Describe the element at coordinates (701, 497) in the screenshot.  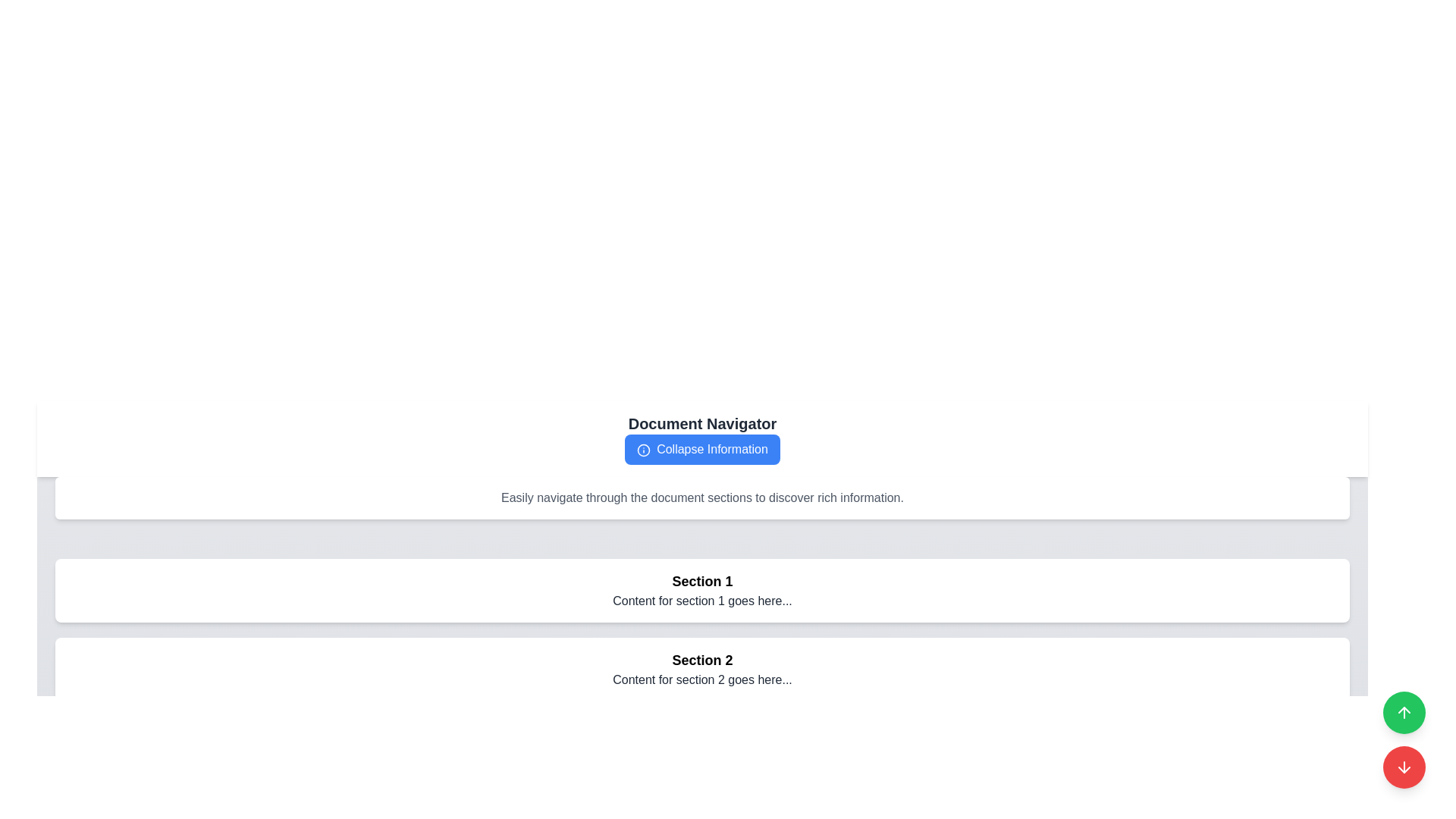
I see `the text label that guides users regarding the document navigation feature, positioned below the 'Document Navigator' heading` at that location.